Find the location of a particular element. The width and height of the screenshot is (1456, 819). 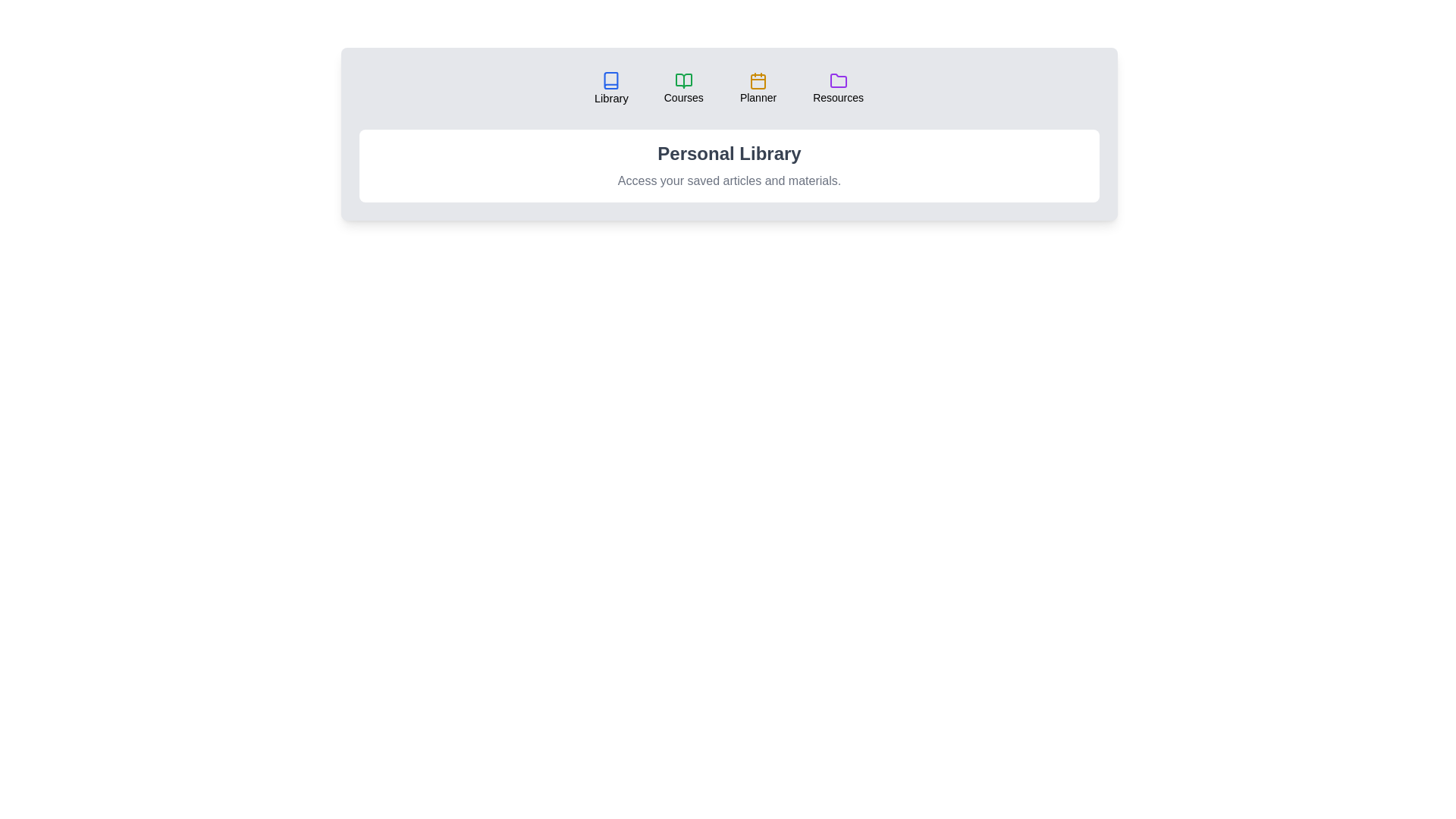

the Courses tab to view its content is located at coordinates (682, 88).